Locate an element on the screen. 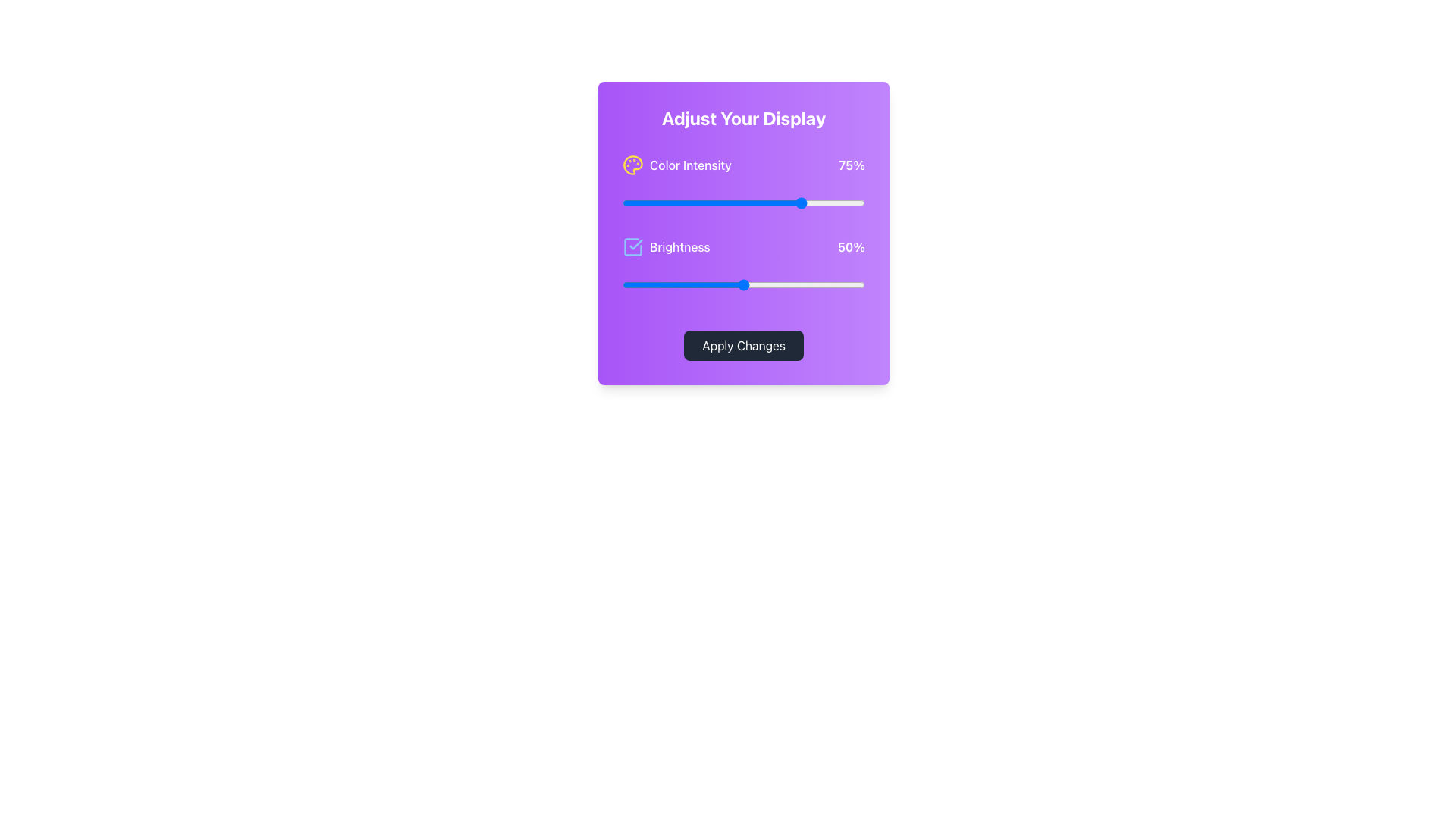  the Brightness slider is located at coordinates (704, 284).